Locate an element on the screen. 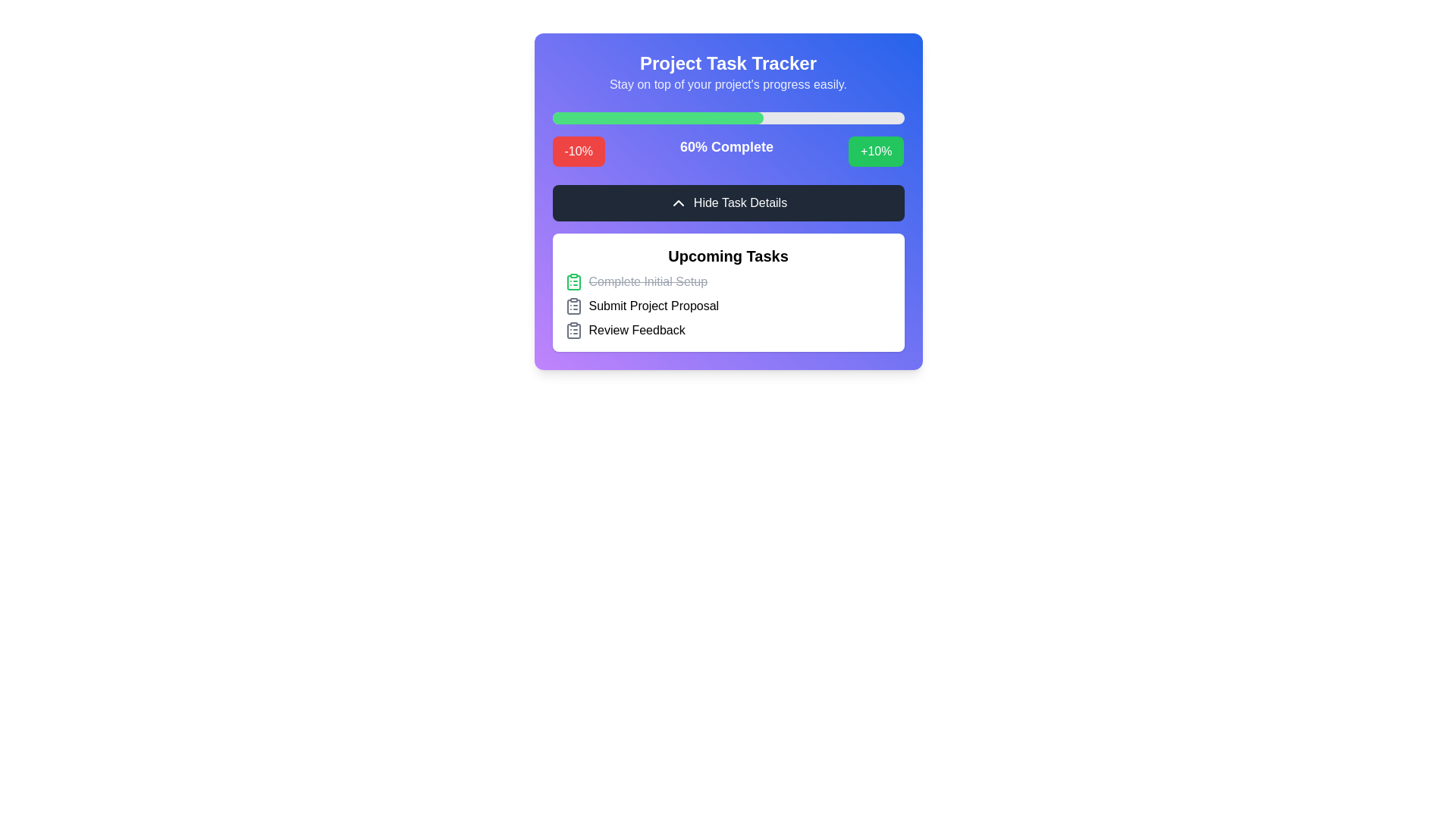 Image resolution: width=1456 pixels, height=819 pixels. header text 'Upcoming Tasks' to understand the context of the section, which is a significant section header styled in bold and larger font, located at the top of a white box with rounded corners is located at coordinates (728, 256).